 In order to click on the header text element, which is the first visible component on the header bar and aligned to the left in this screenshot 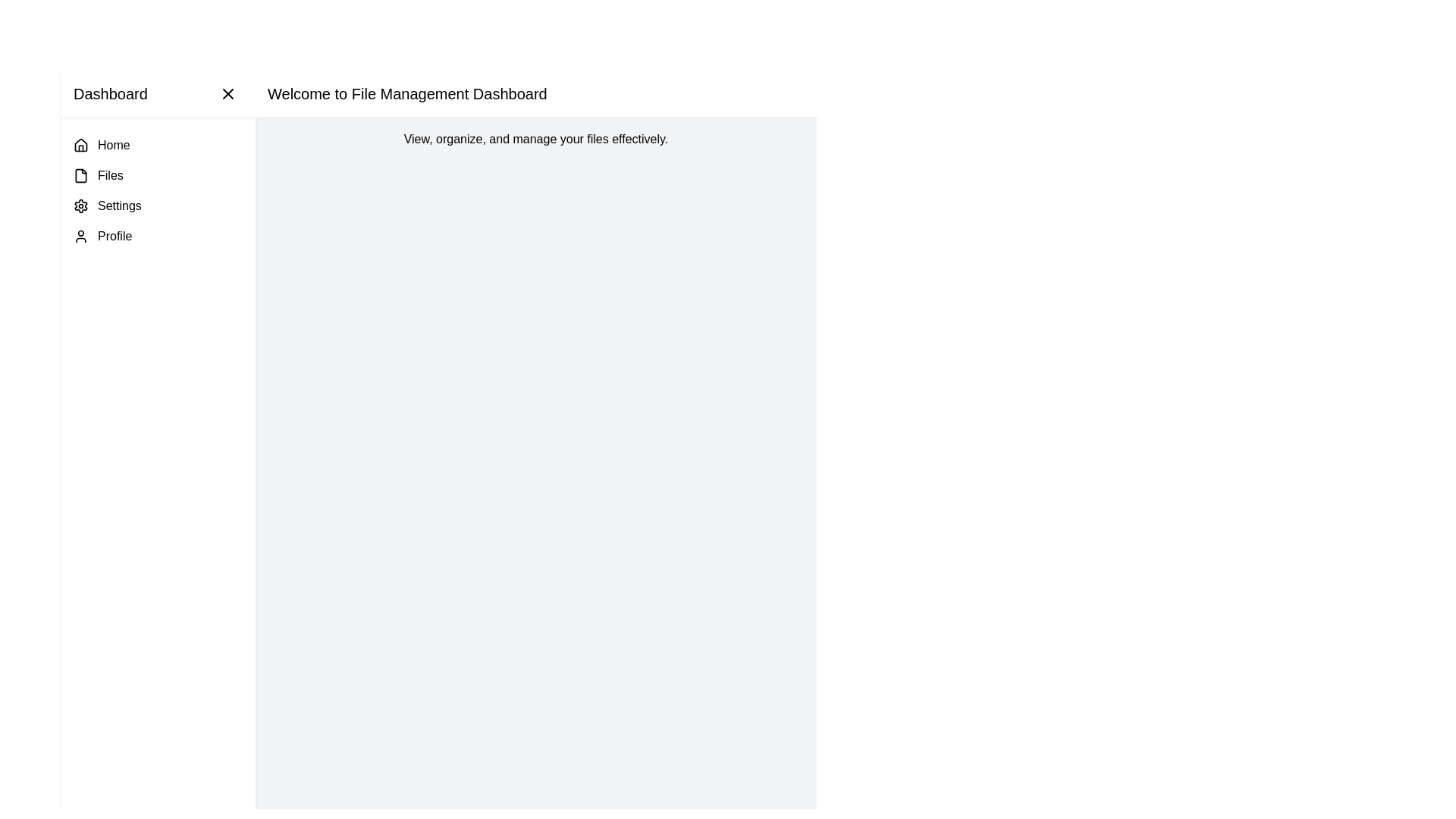, I will do `click(109, 93)`.